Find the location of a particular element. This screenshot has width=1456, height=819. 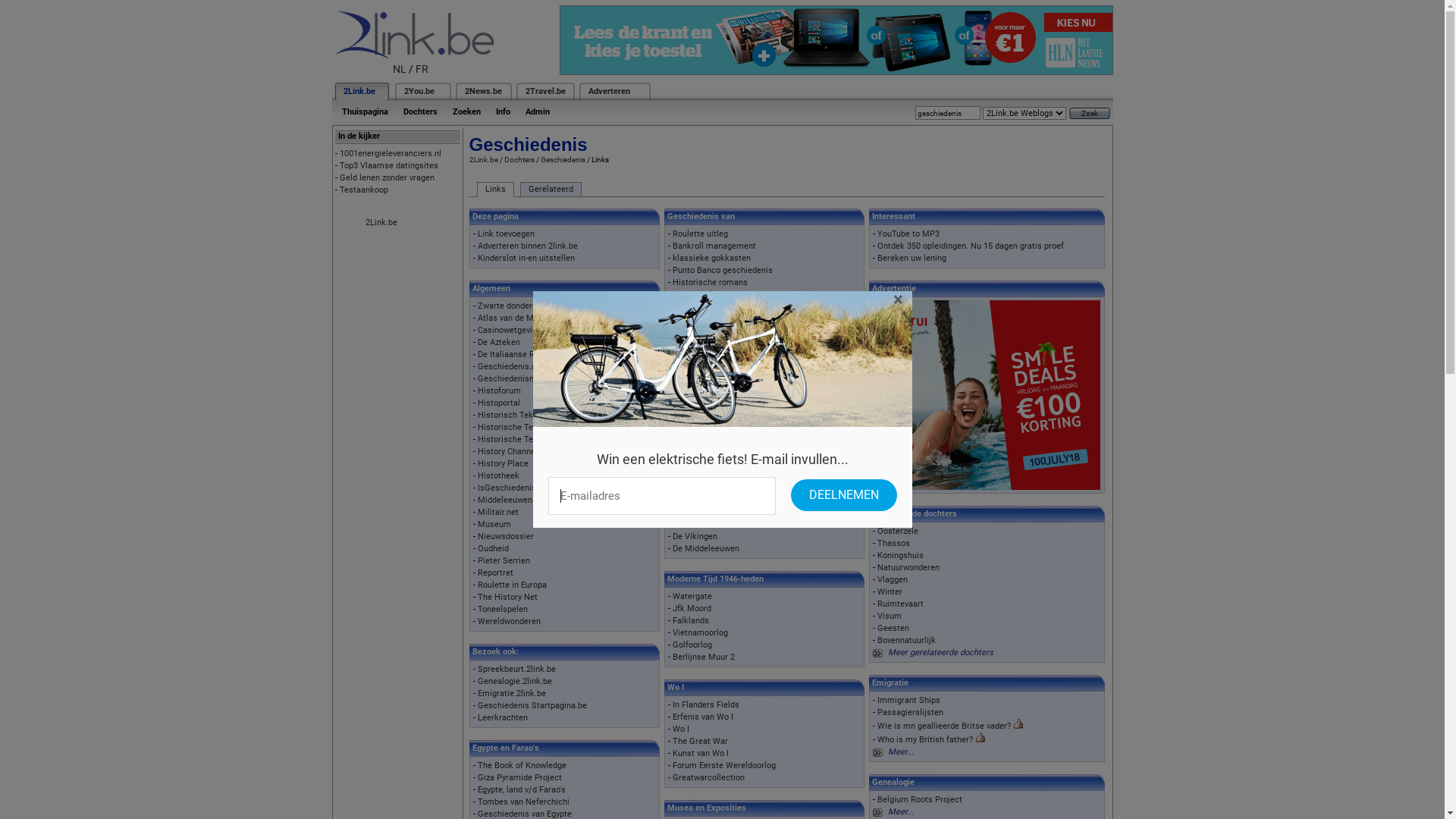

'Oudheid' is located at coordinates (493, 548).